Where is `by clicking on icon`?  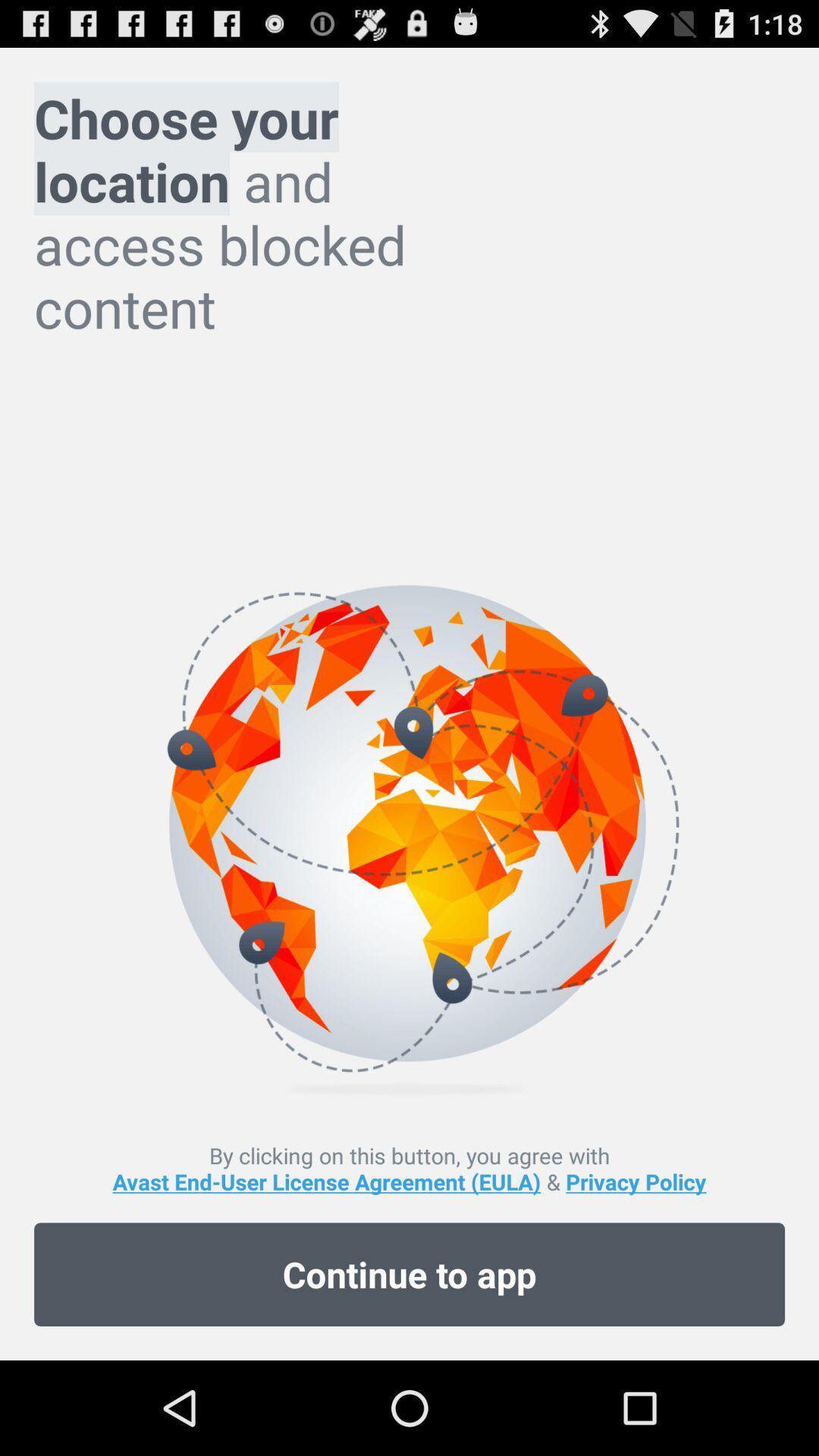
by clicking on icon is located at coordinates (409, 1167).